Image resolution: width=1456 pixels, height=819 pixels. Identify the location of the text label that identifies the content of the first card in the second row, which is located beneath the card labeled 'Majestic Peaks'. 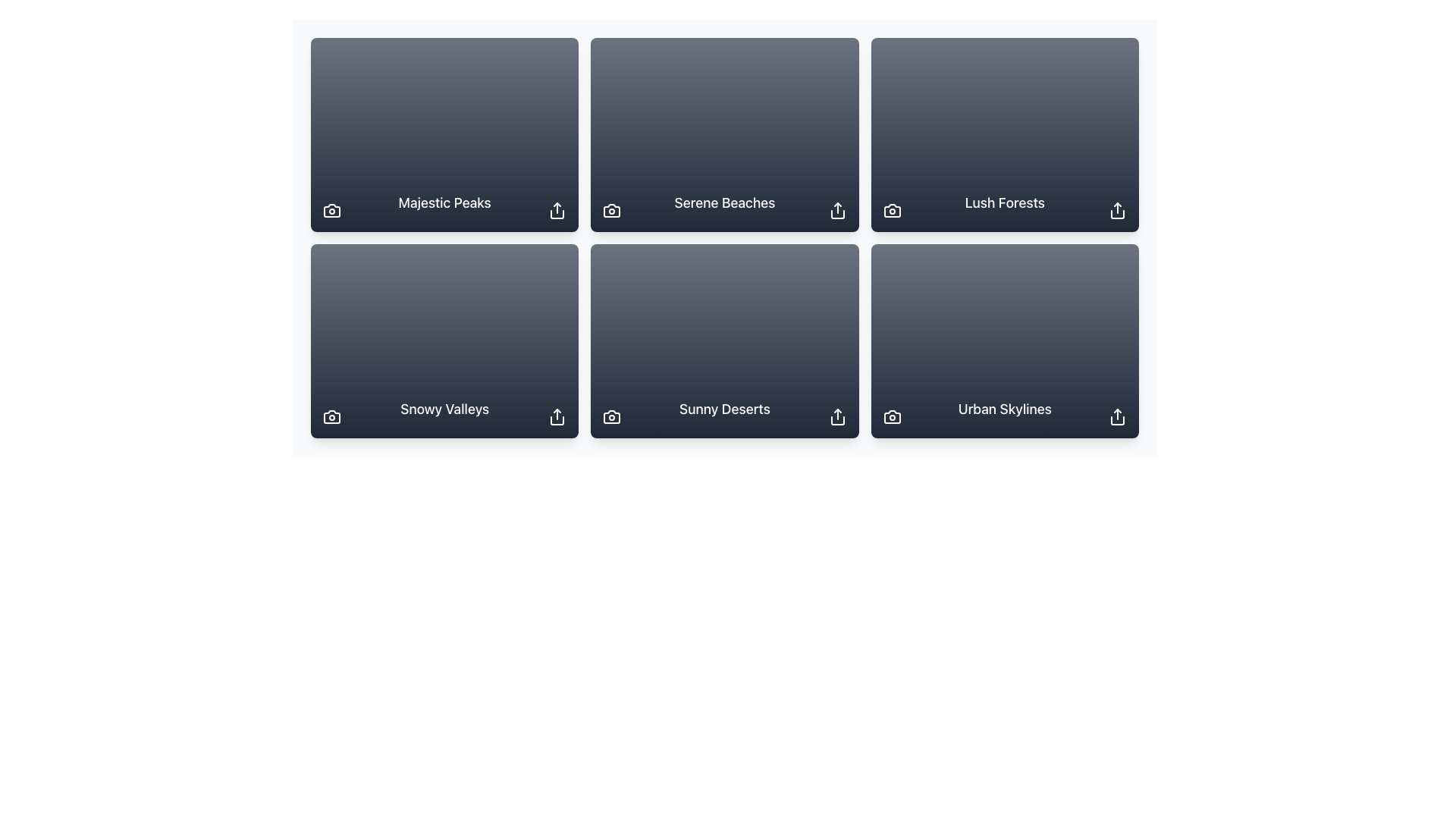
(444, 409).